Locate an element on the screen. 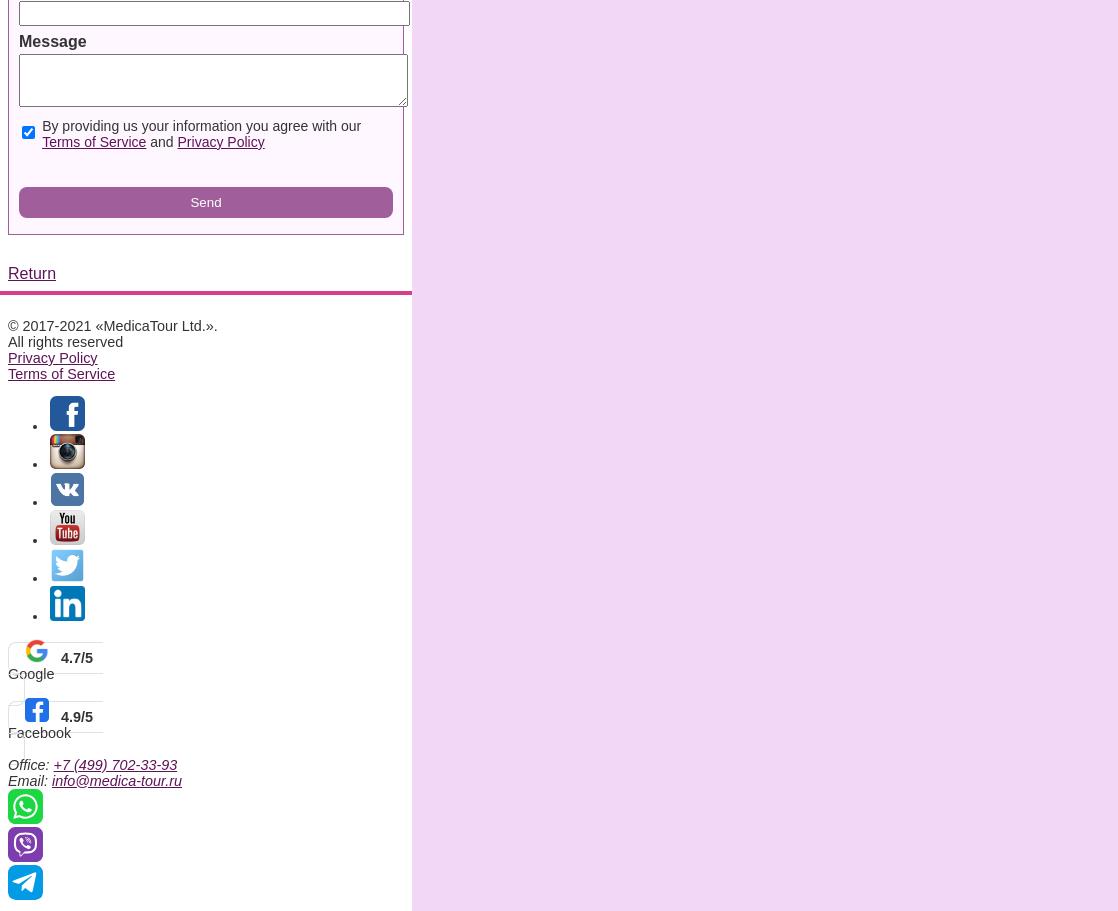 The image size is (1118, 911). '© 2017-2021 «MedicaTour Ltd.».' is located at coordinates (112, 324).